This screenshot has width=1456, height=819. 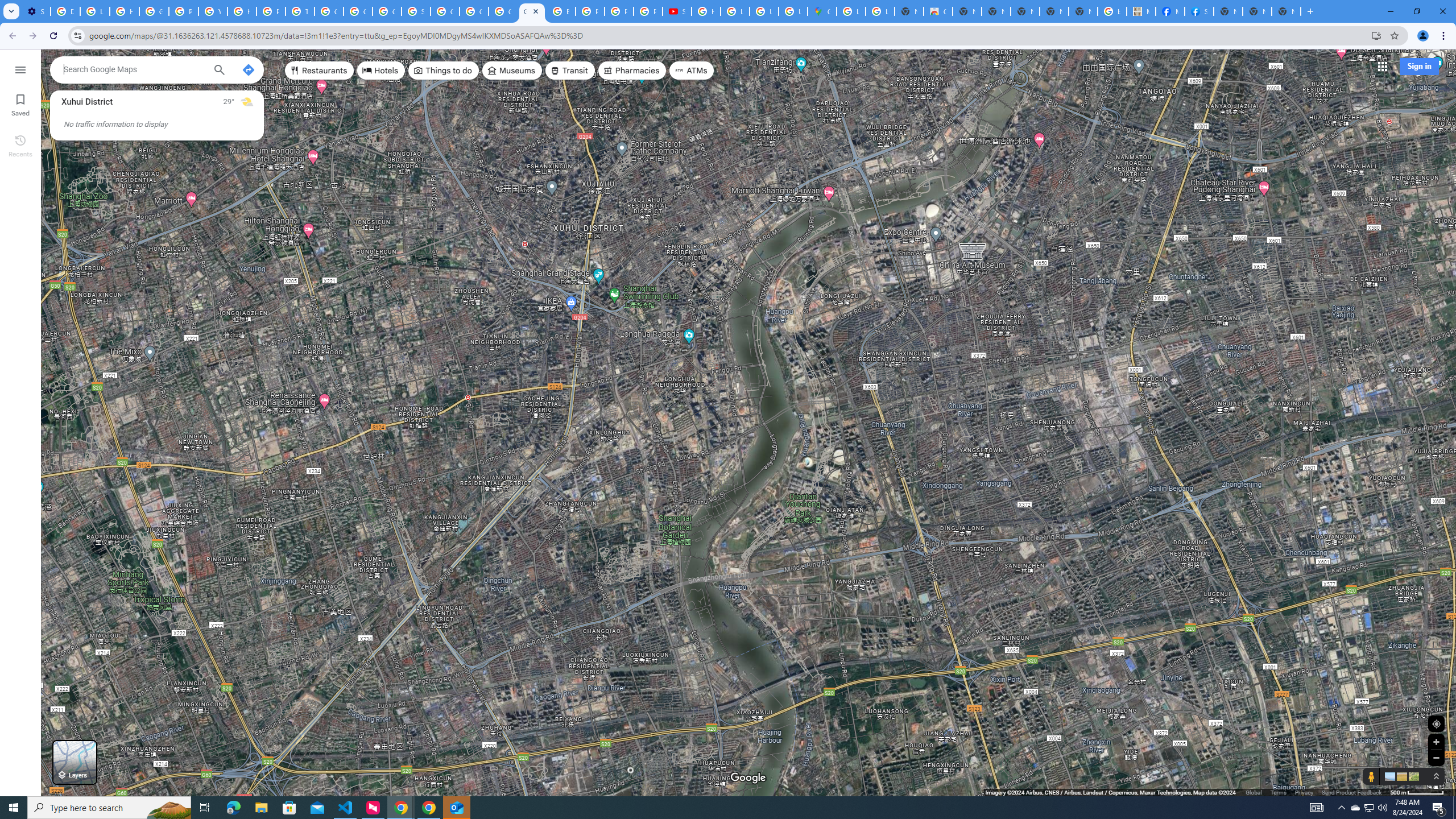 What do you see at coordinates (677, 11) in the screenshot?
I see `'Subscriptions - YouTube'` at bounding box center [677, 11].